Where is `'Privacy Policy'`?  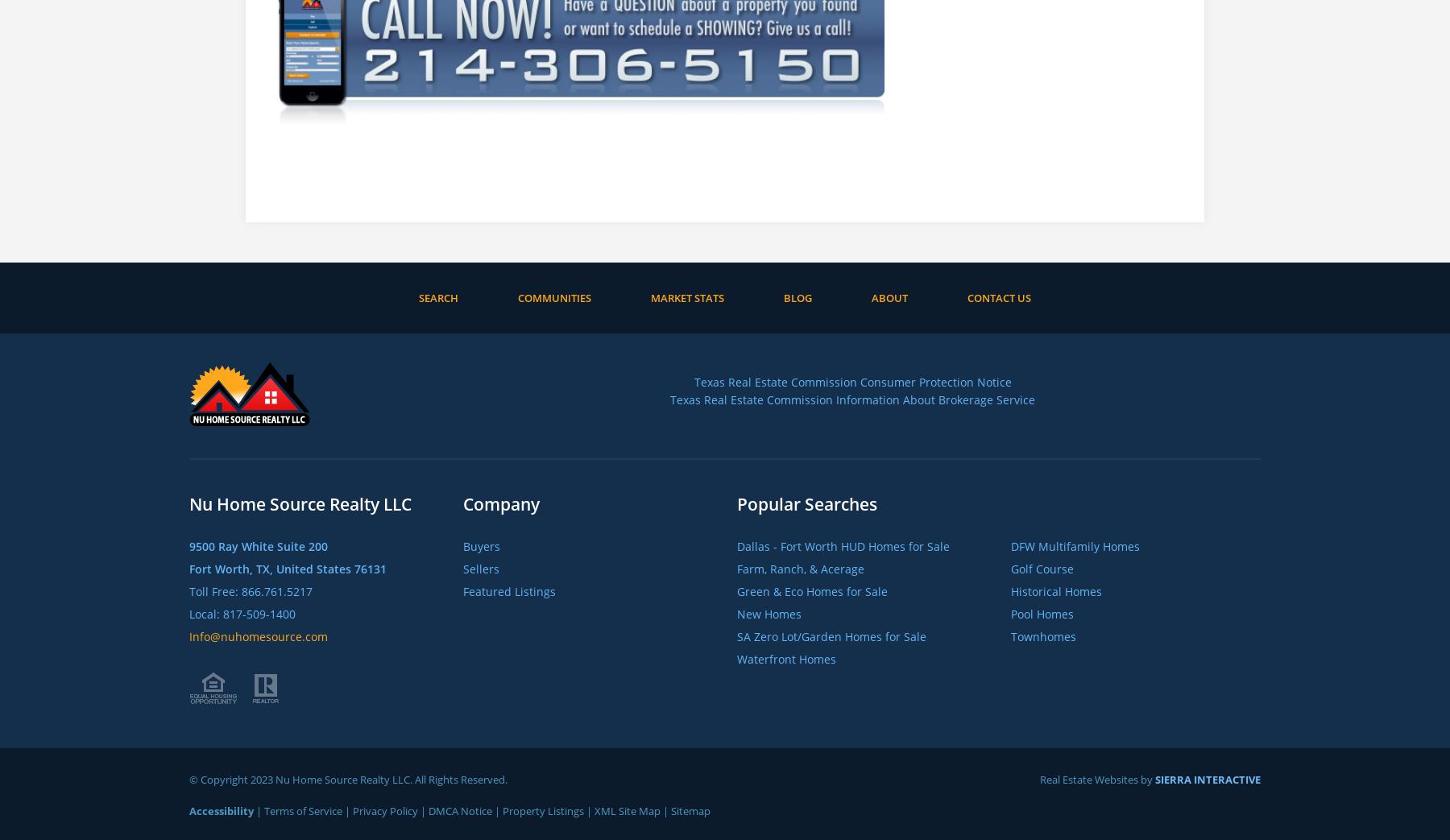
'Privacy Policy' is located at coordinates (384, 809).